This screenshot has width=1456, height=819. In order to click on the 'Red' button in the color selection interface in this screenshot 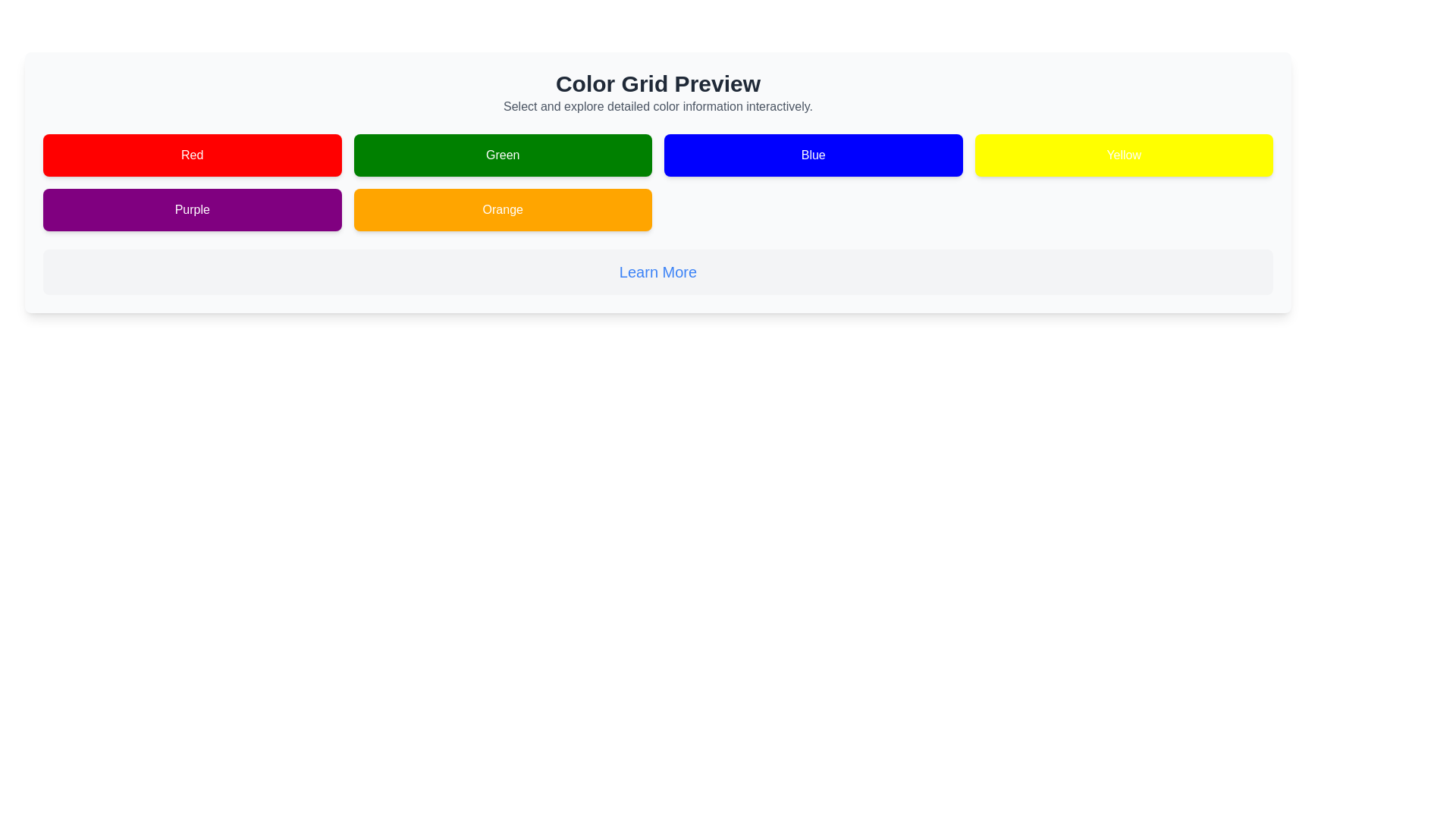, I will do `click(191, 155)`.